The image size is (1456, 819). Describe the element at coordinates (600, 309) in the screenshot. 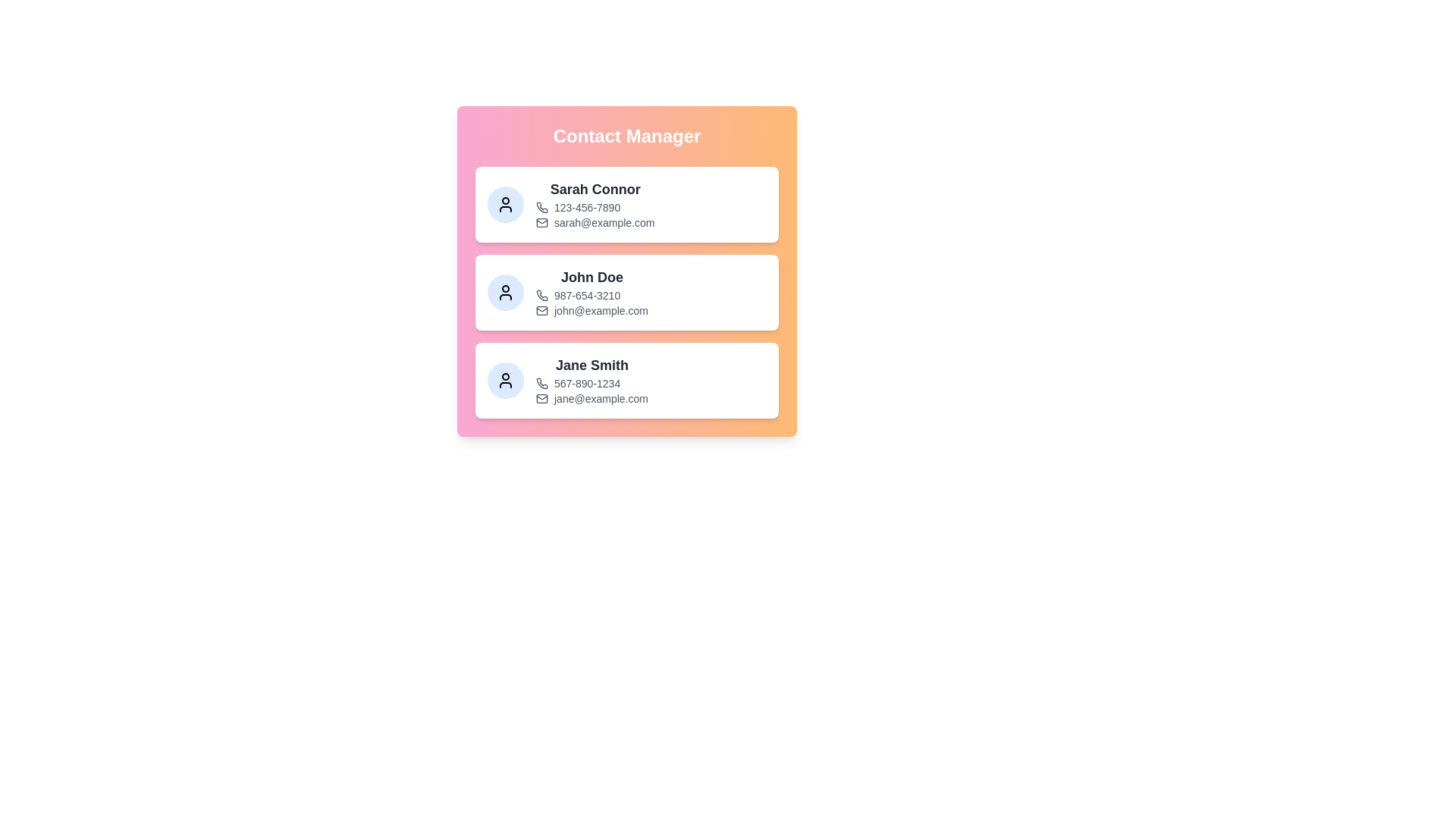

I see `the email address of John Doe` at that location.